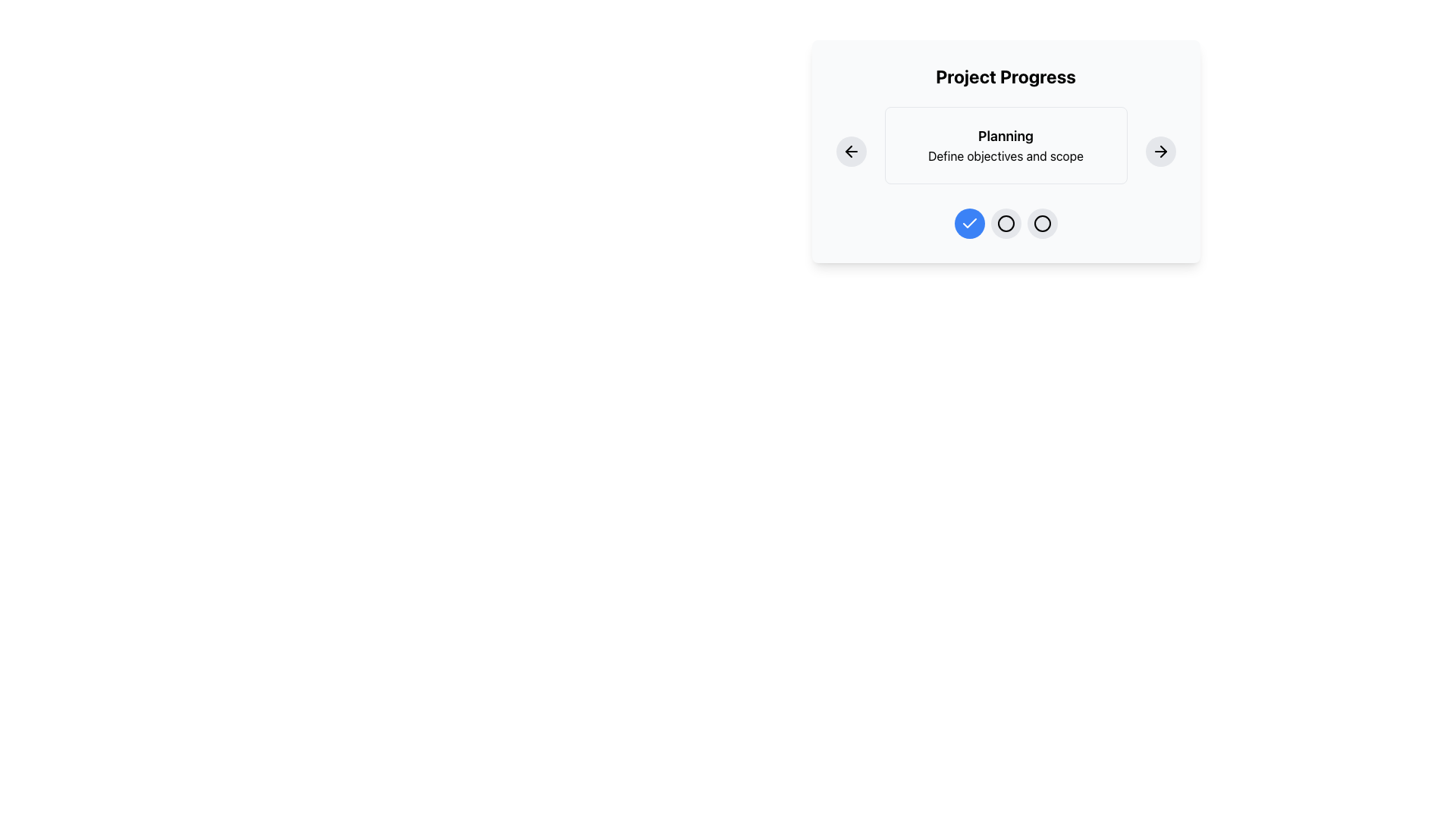 This screenshot has height=819, width=1456. Describe the element at coordinates (851, 152) in the screenshot. I see `the circular button with a gray background and a leftward-pointing arrow icon` at that location.